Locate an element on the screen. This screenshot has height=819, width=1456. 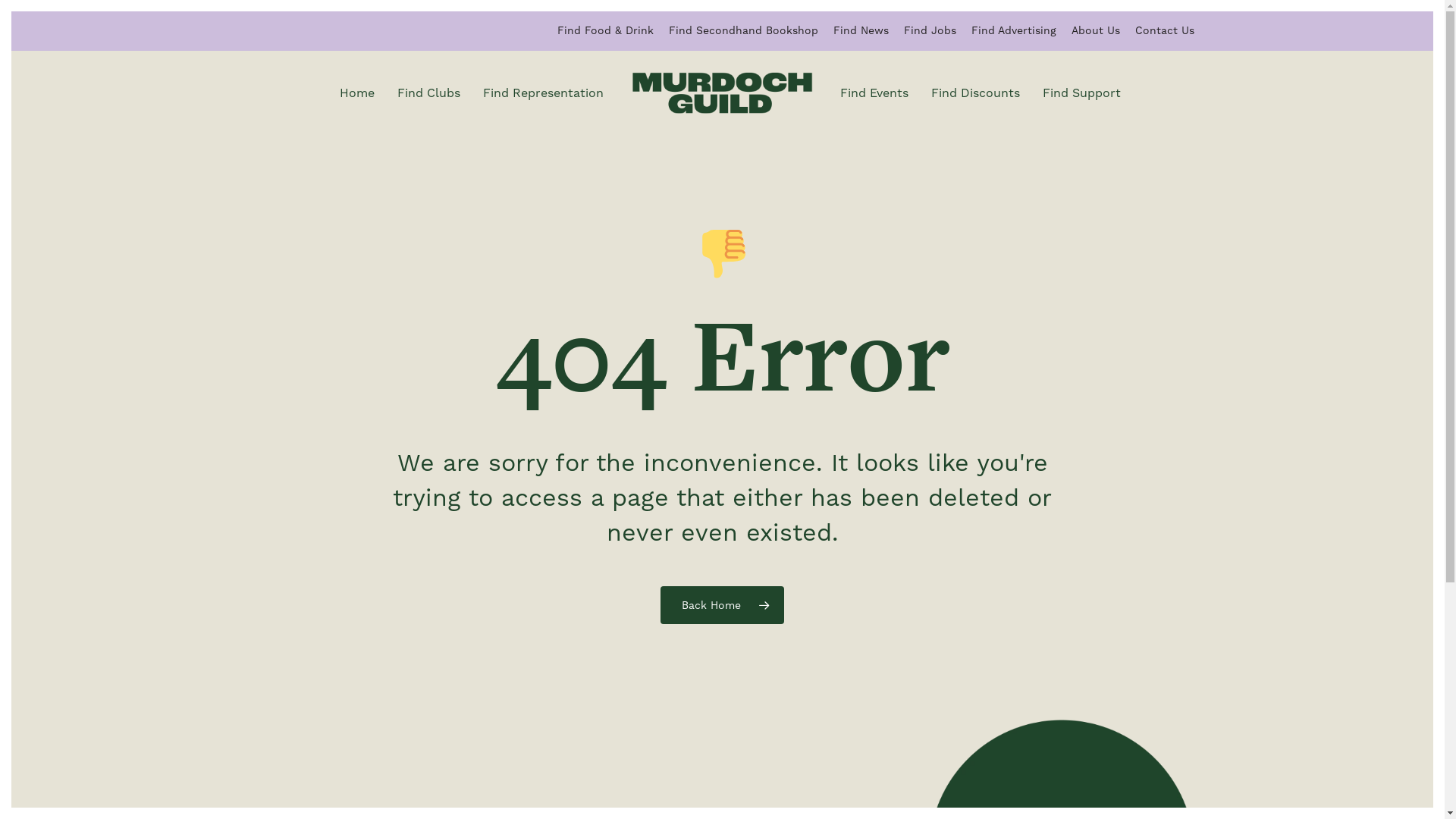
'About Us' is located at coordinates (1095, 30).